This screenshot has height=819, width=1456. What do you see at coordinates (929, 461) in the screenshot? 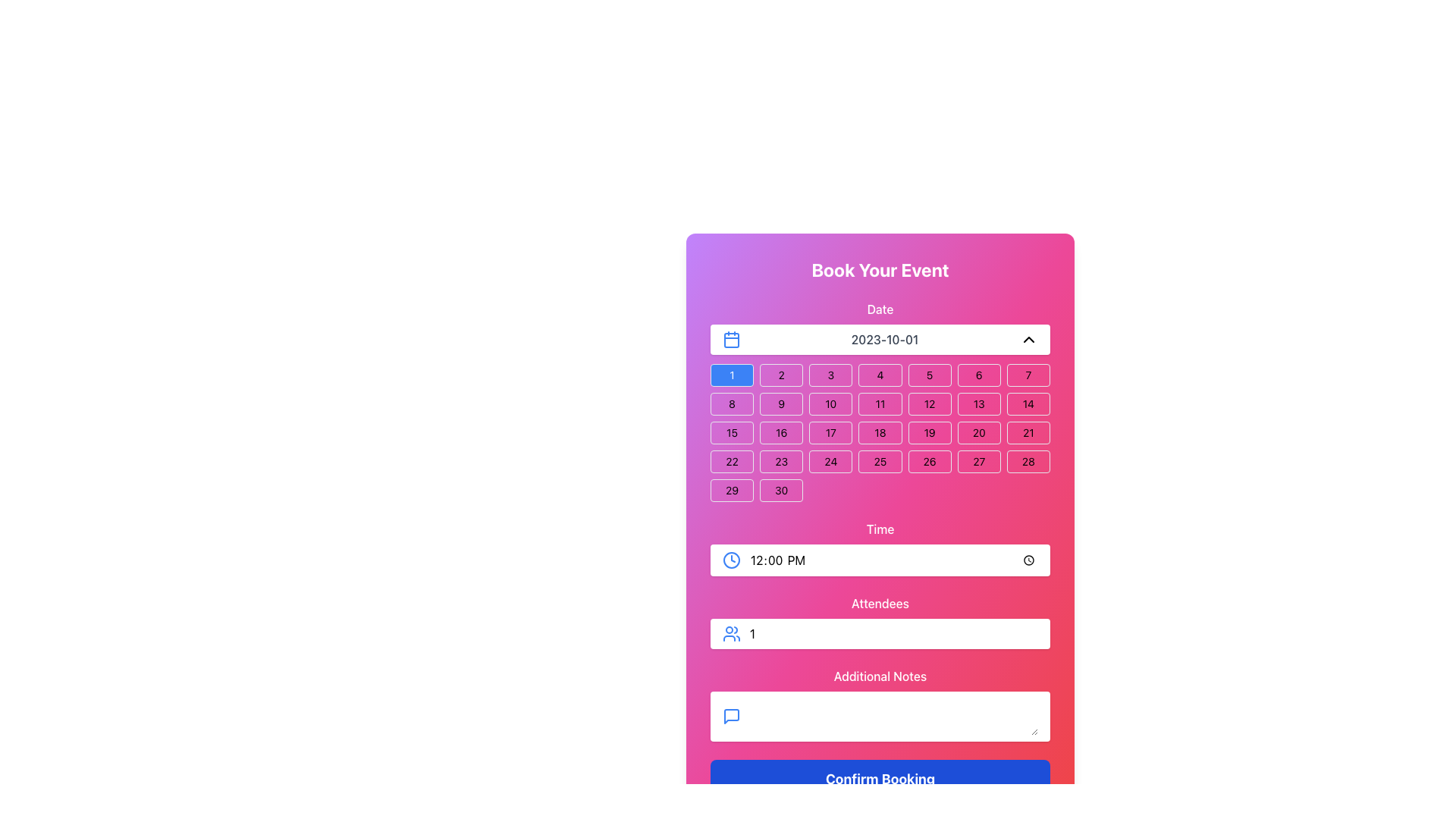
I see `the button representing the date '26' in the calendar` at bounding box center [929, 461].